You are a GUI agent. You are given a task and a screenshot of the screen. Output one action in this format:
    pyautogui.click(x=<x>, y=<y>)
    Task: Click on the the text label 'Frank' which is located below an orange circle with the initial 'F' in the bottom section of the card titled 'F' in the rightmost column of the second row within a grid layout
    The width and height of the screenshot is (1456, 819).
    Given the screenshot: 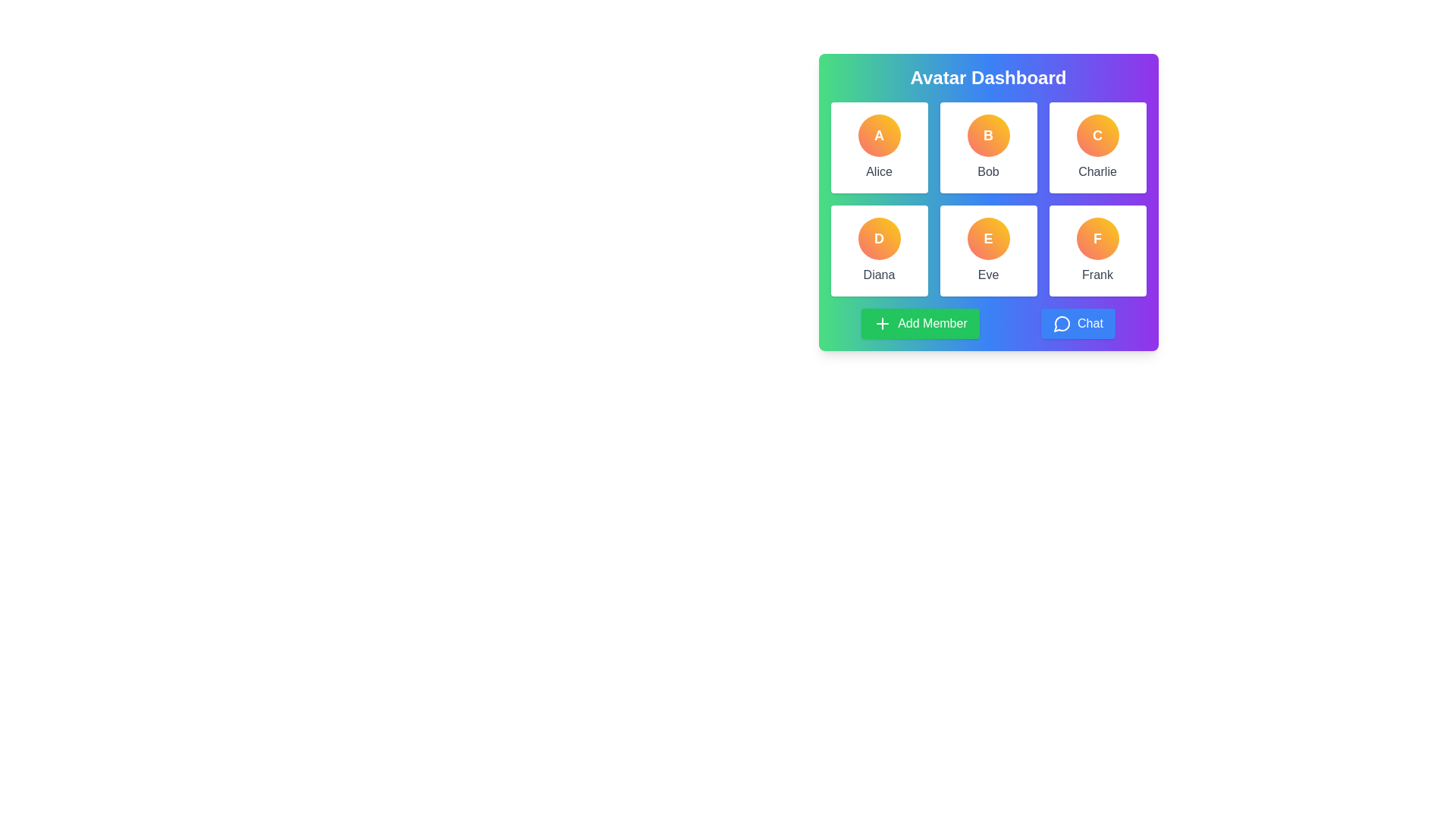 What is the action you would take?
    pyautogui.click(x=1097, y=275)
    